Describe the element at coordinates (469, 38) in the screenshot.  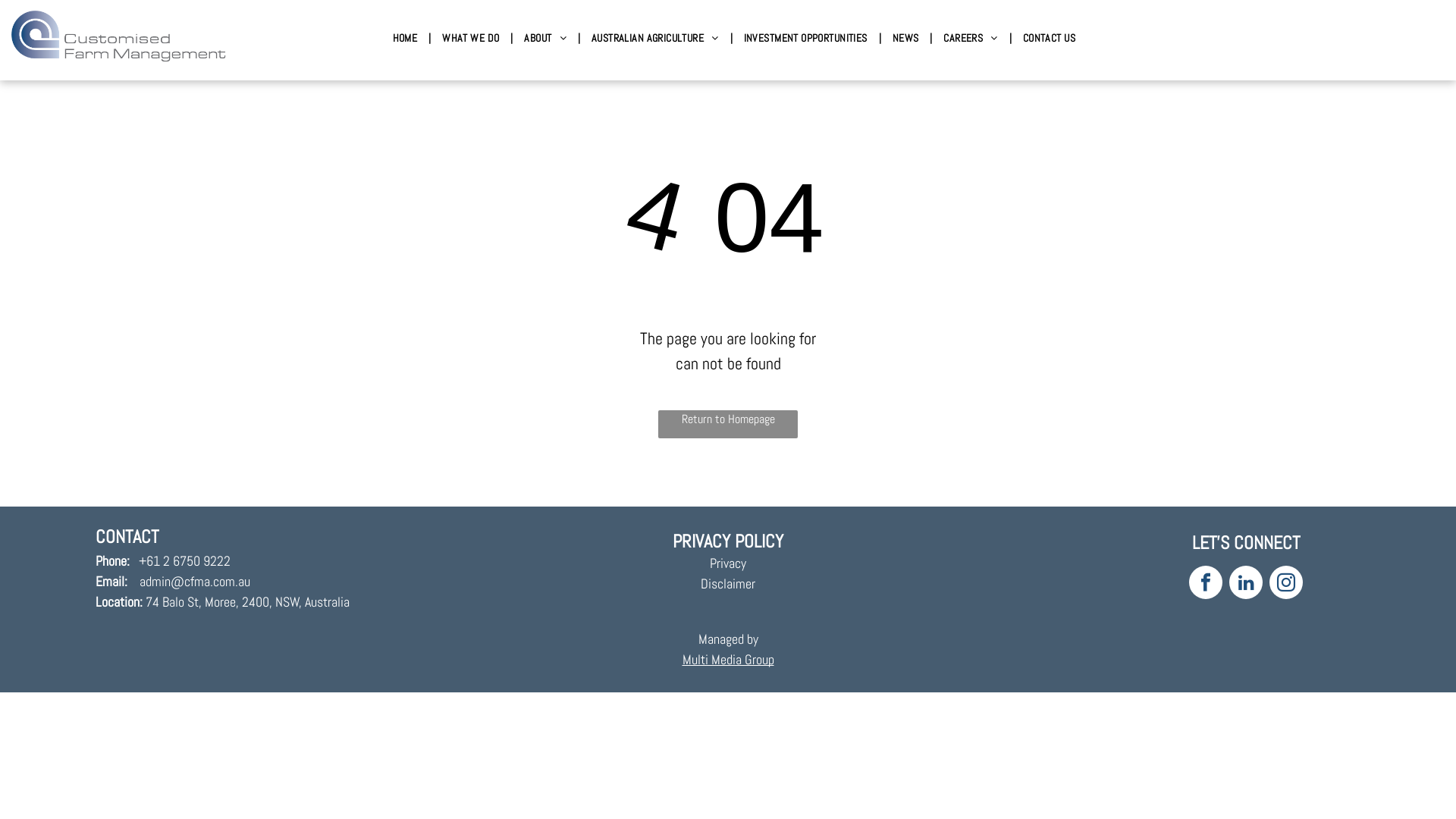
I see `'WHAT WE DO'` at that location.